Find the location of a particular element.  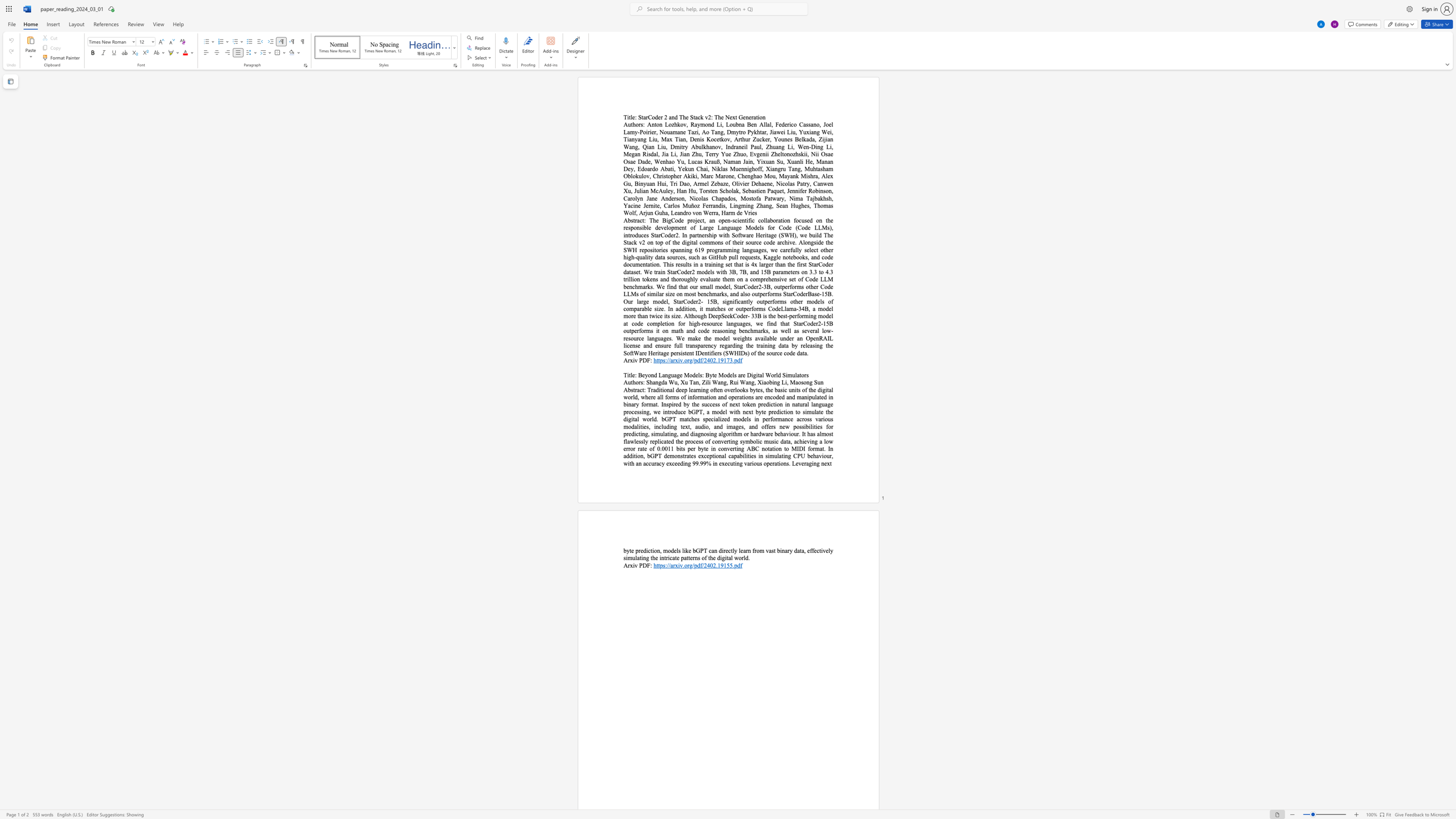

the subset text "rld Simula" within the text "Beyond Language Models: Byte Models are Digital World Simulators" is located at coordinates (773, 375).